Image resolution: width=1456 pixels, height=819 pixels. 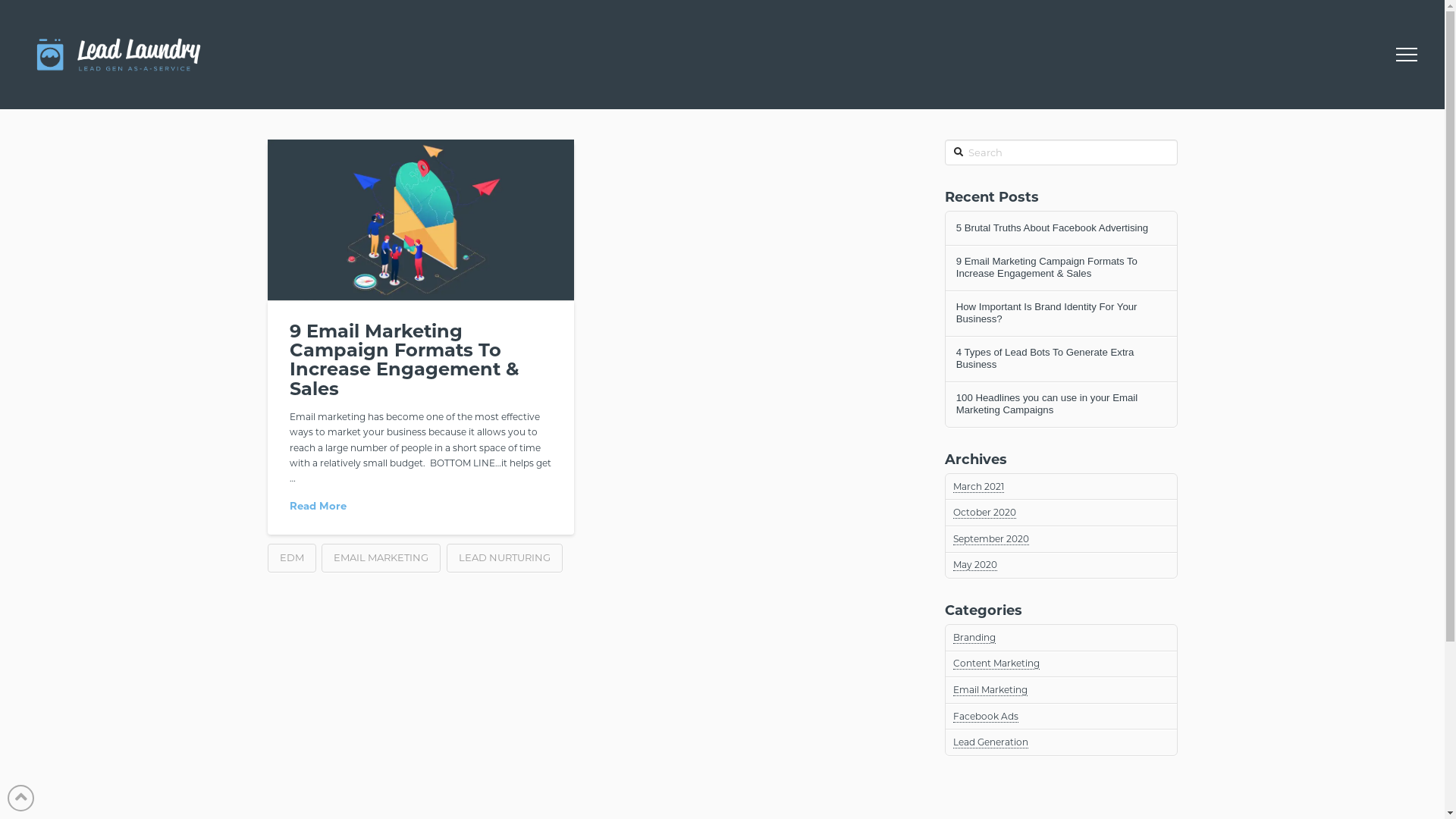 What do you see at coordinates (955, 359) in the screenshot?
I see `'4 Types of Lead Bots To Generate Extra Business'` at bounding box center [955, 359].